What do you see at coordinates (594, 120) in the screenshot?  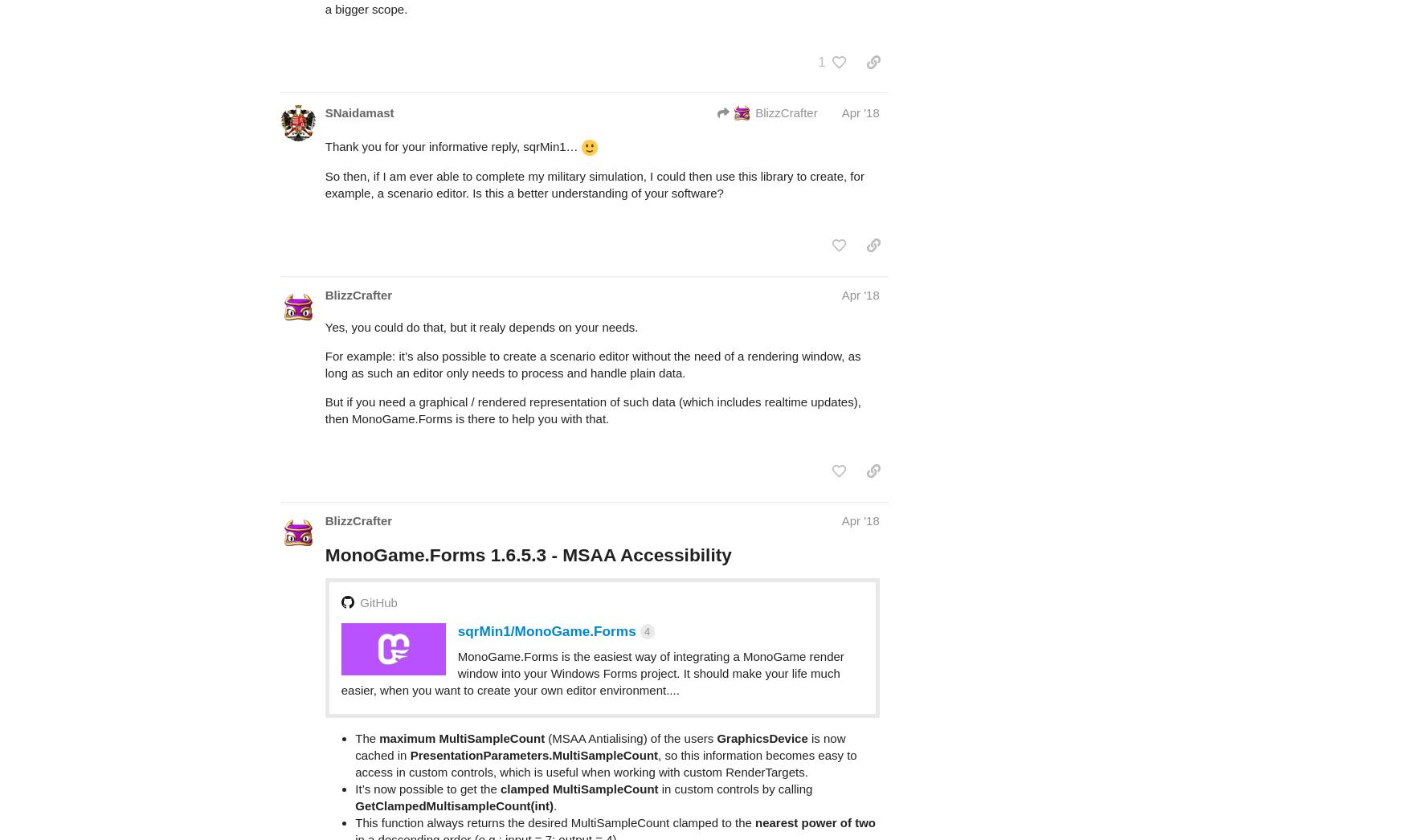 I see `'So then, if I am ever able to complete my military simulation, I could then use this library to create, for example, a scenario editor.  Is this a better understanding of your software?'` at bounding box center [594, 120].